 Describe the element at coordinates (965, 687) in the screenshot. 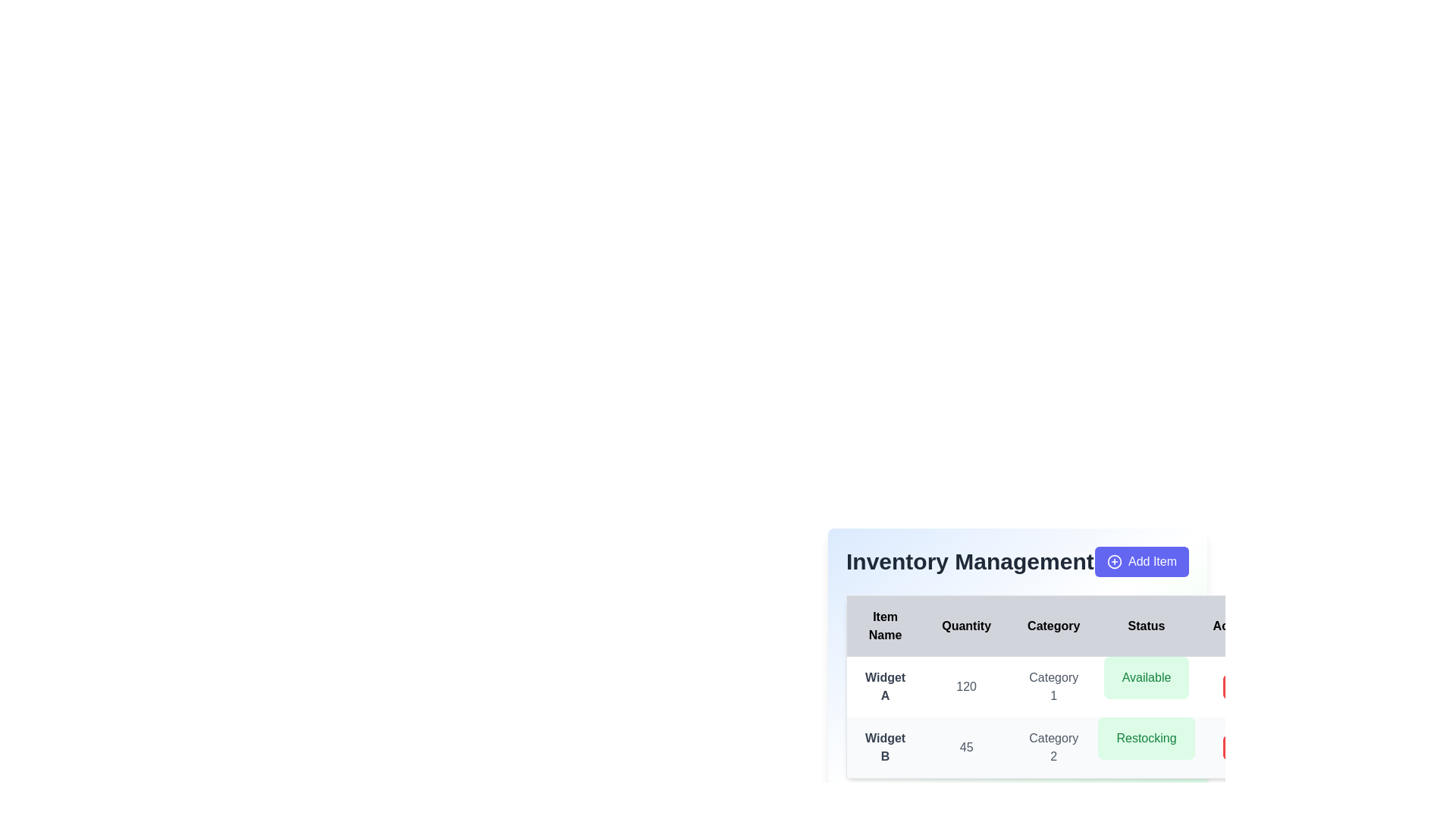

I see `the text element displaying the number '120' in a grayish font, located in the second column of the first row under the 'Quantity' column` at that location.